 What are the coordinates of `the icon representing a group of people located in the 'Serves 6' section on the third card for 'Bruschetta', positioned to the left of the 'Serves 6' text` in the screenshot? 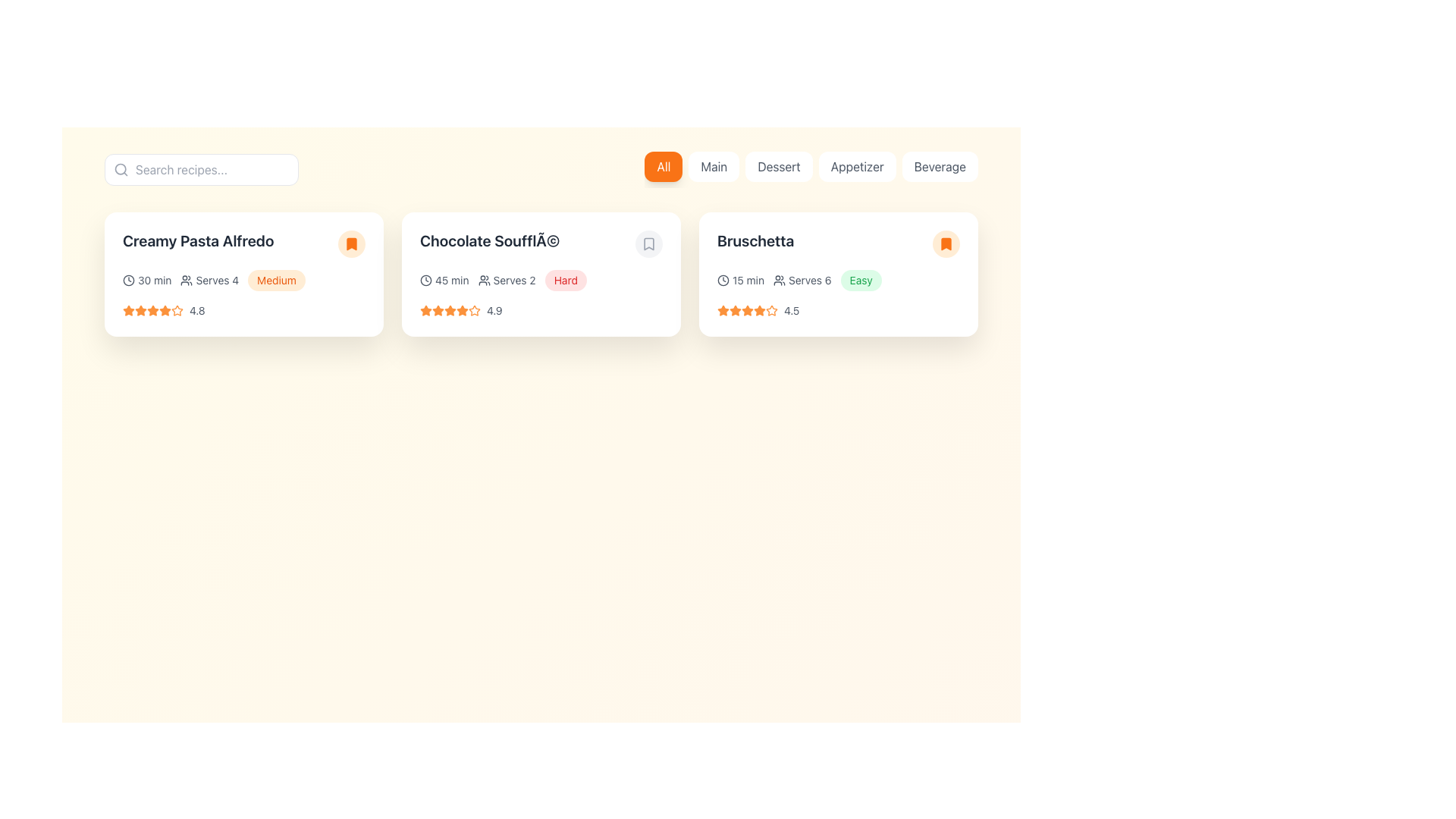 It's located at (779, 281).